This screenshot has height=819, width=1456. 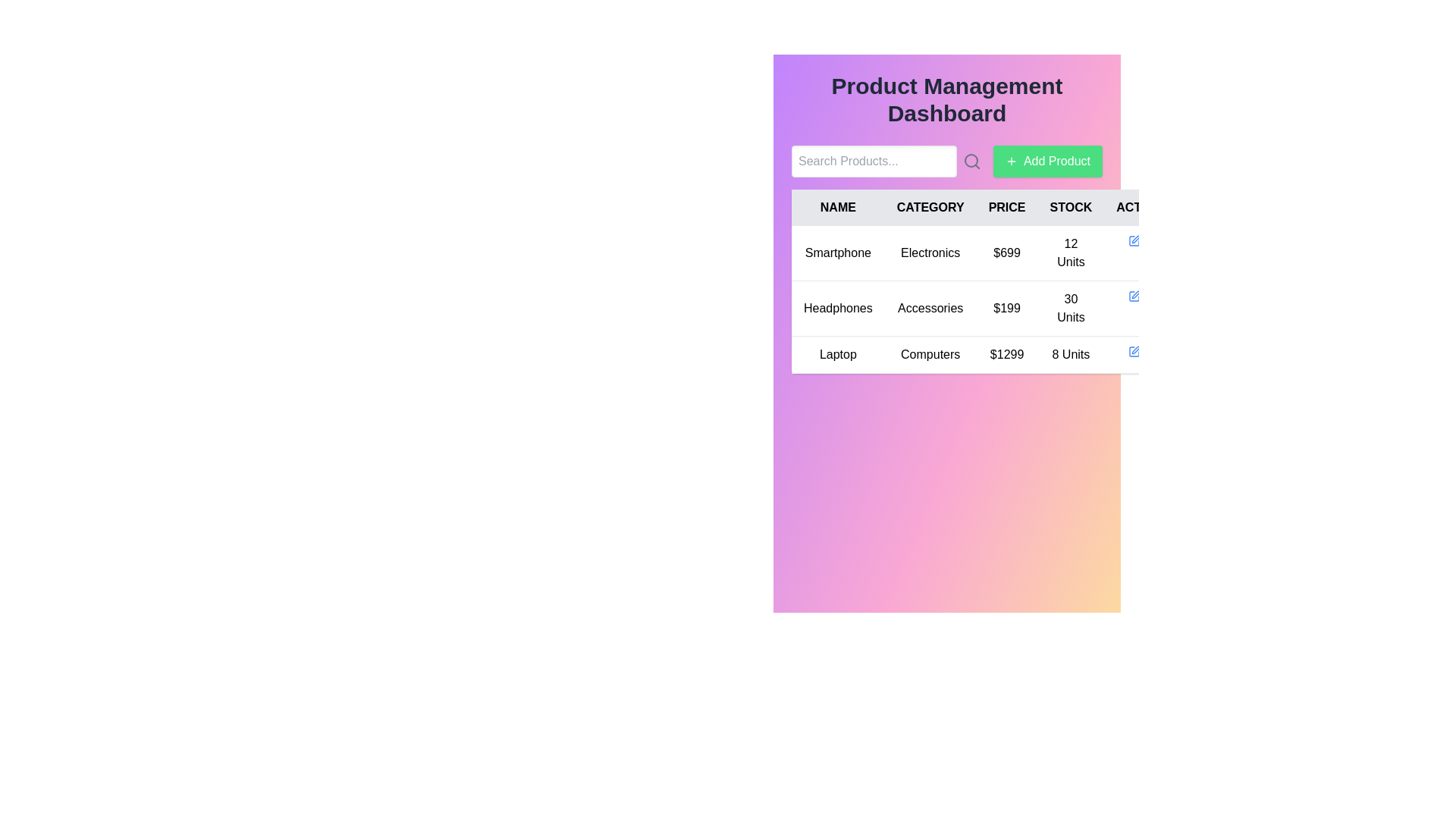 I want to click on the second row of the product details table for Headphones, so click(x=987, y=300).